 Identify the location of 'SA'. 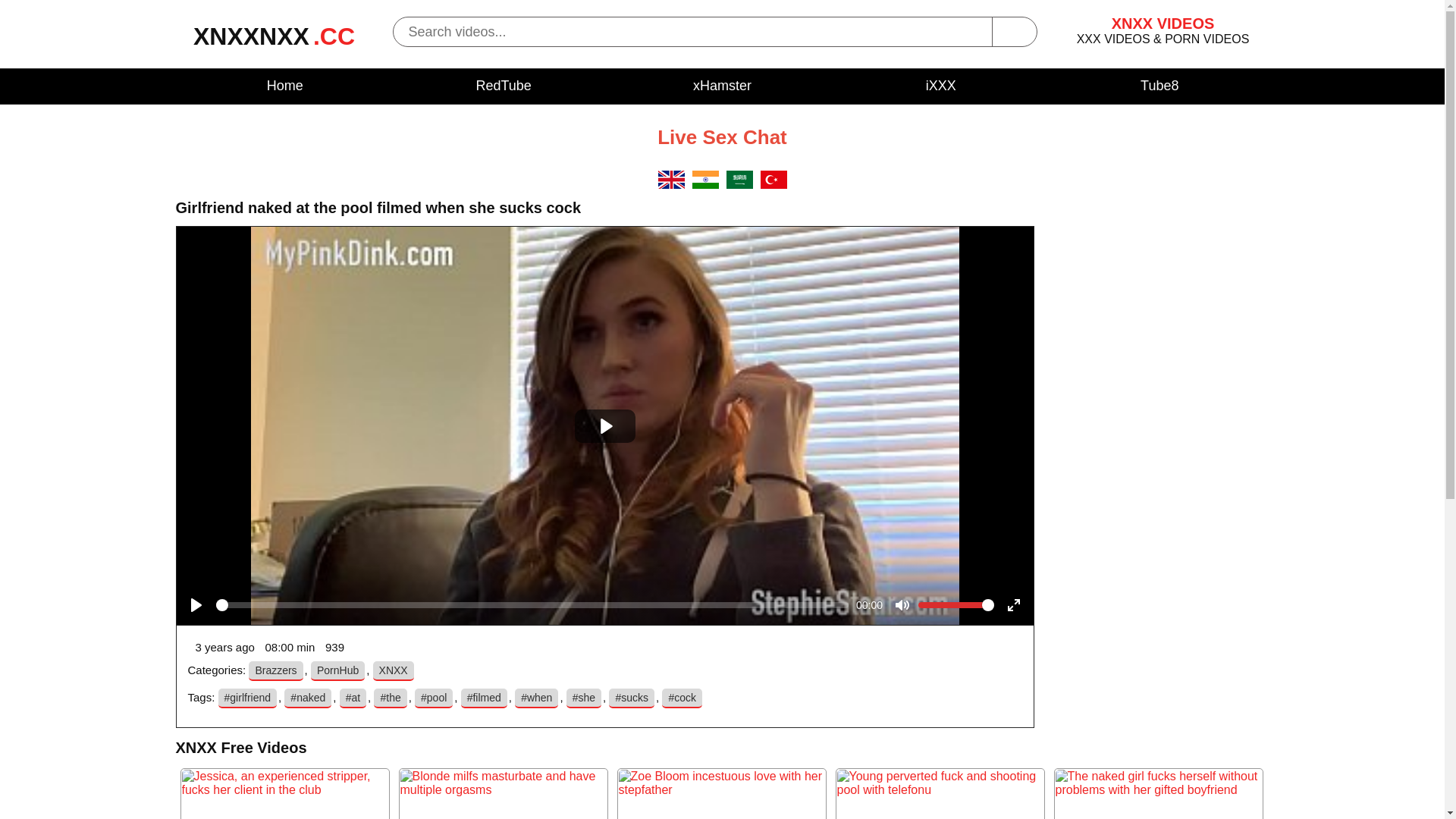
(739, 184).